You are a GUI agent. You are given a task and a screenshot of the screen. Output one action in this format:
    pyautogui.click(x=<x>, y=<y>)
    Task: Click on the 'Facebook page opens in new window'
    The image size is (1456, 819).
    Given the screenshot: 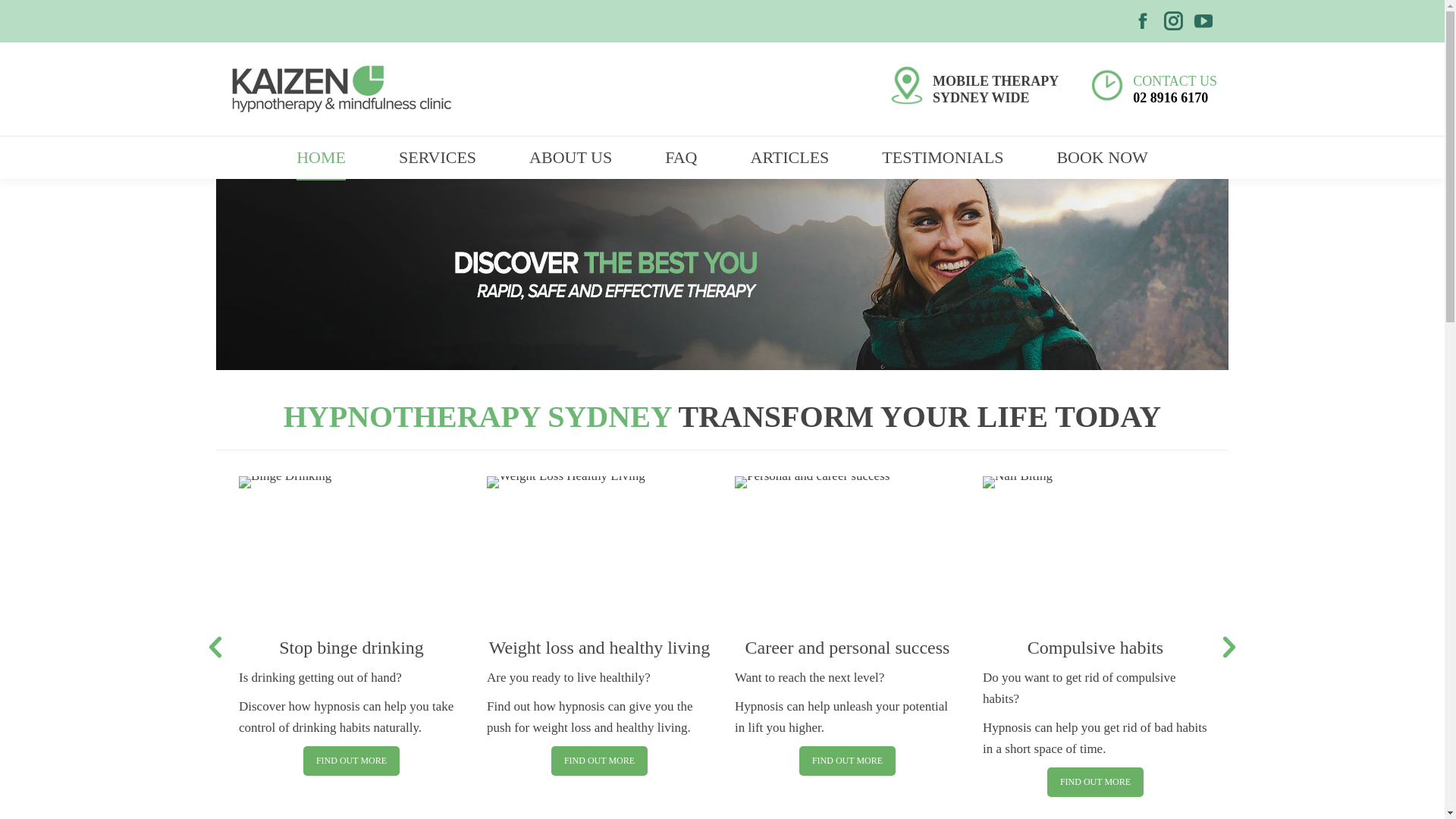 What is the action you would take?
    pyautogui.click(x=1143, y=20)
    